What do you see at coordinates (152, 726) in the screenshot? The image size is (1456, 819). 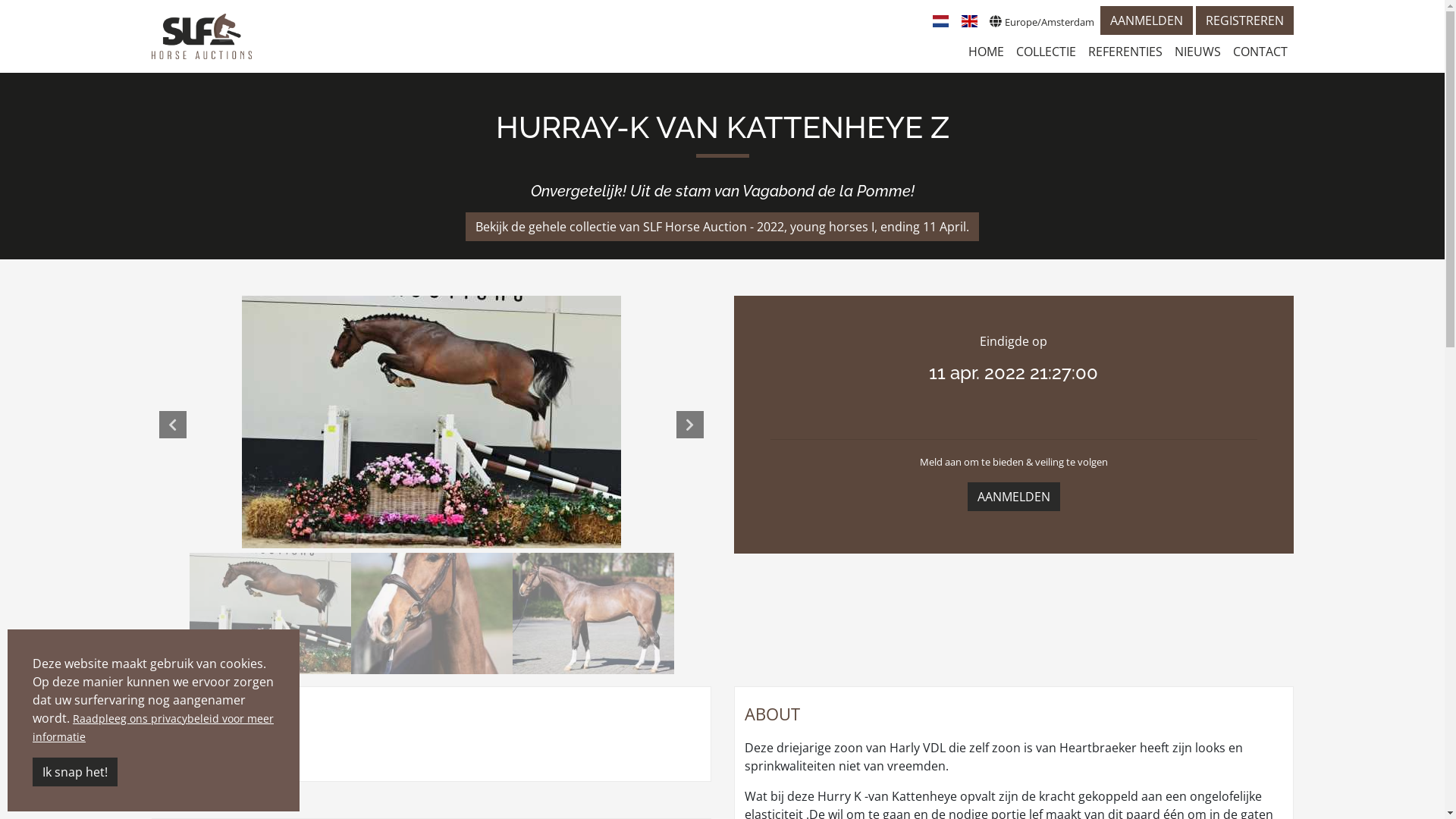 I see `'Raadpleeg ons privacybeleid voor meer informatie'` at bounding box center [152, 726].